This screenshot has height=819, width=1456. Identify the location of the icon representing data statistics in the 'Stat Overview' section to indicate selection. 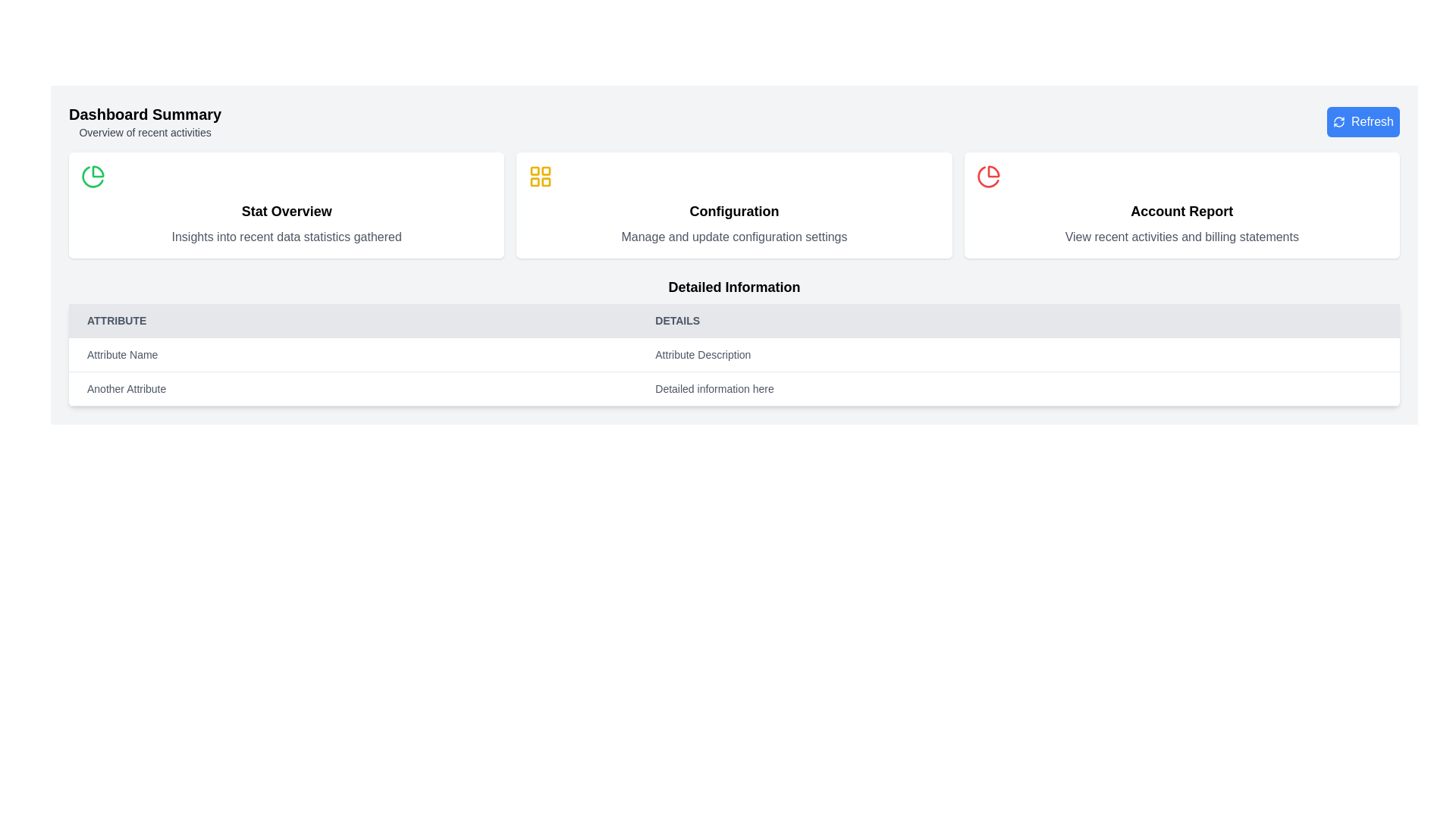
(93, 175).